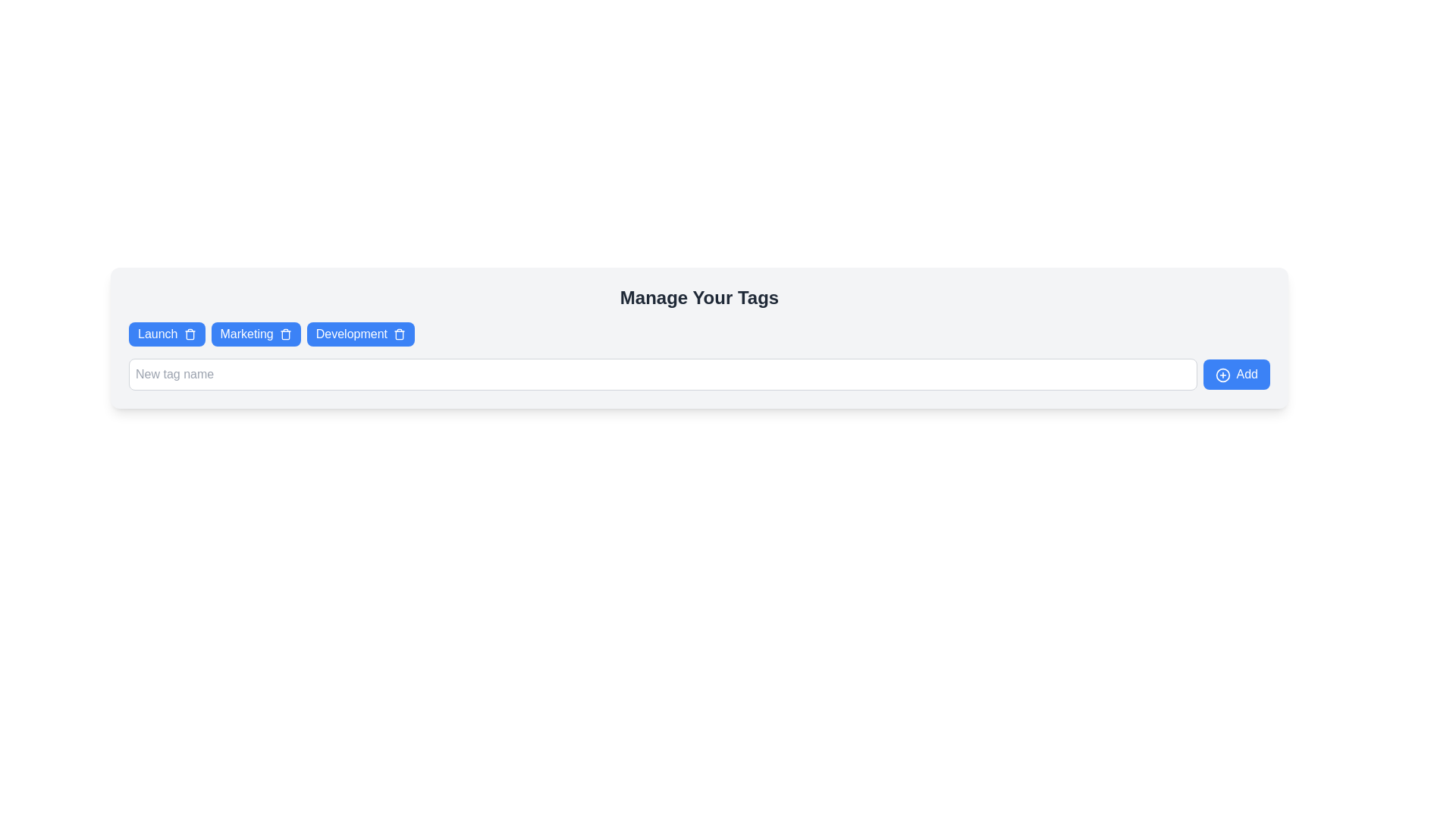 The height and width of the screenshot is (819, 1456). I want to click on the trash can icon button located to the right of the 'Development' text in the tag group, so click(400, 333).